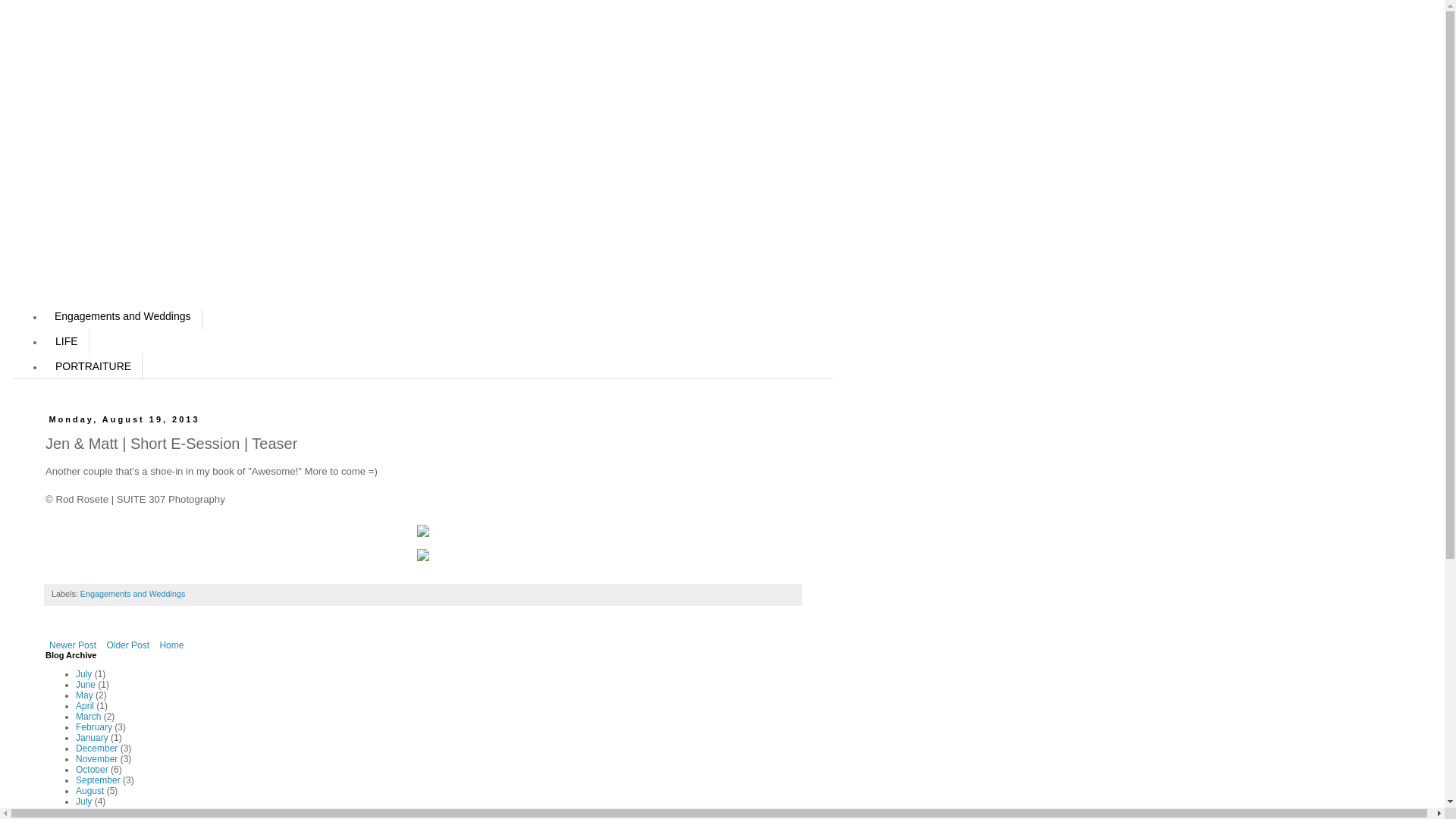 This screenshot has height=819, width=1456. What do you see at coordinates (89, 789) in the screenshot?
I see `'August'` at bounding box center [89, 789].